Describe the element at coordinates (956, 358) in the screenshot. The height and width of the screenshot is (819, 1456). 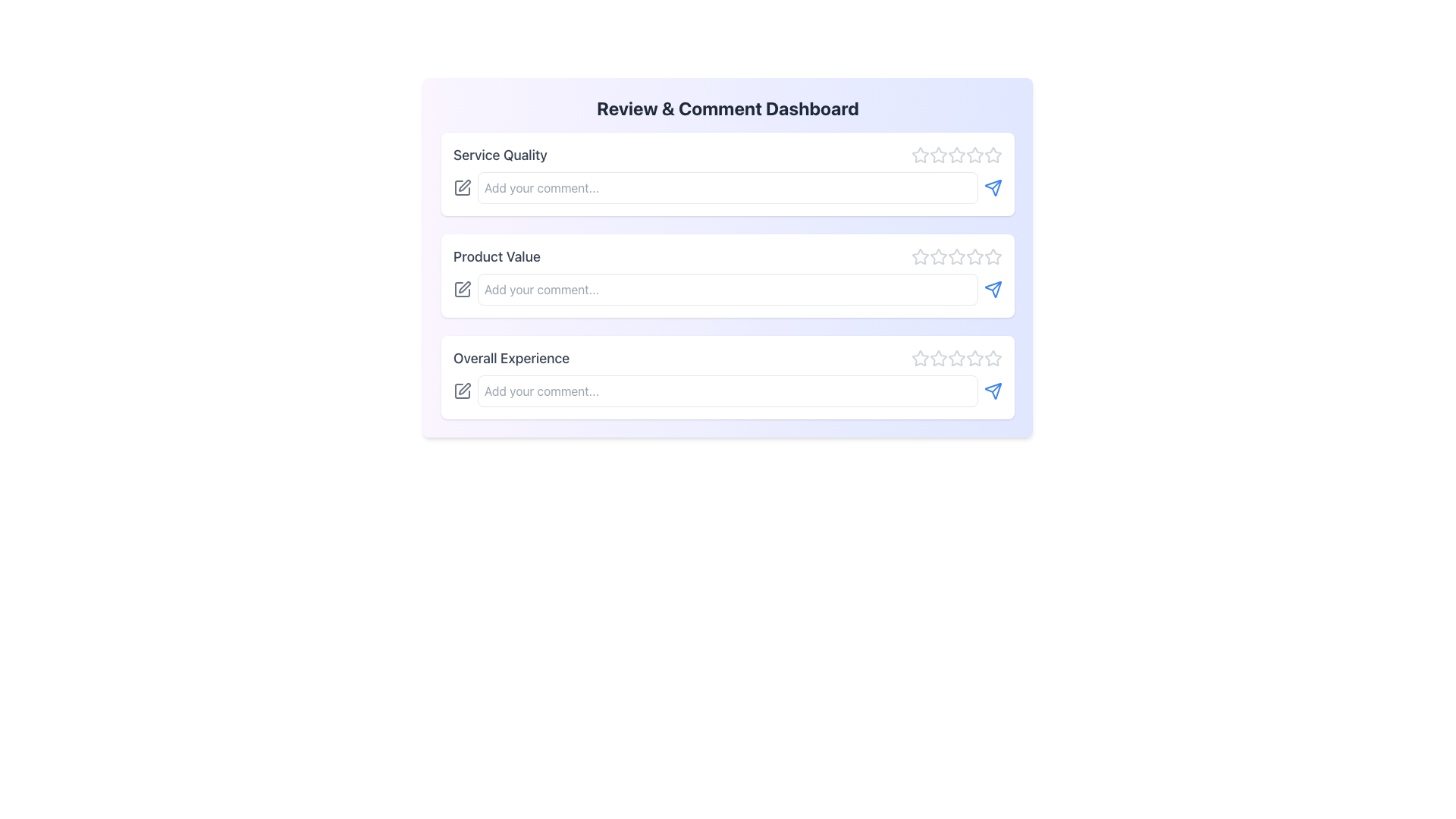
I see `the fourth star icon in the rating section under 'Overall Experience'` at that location.